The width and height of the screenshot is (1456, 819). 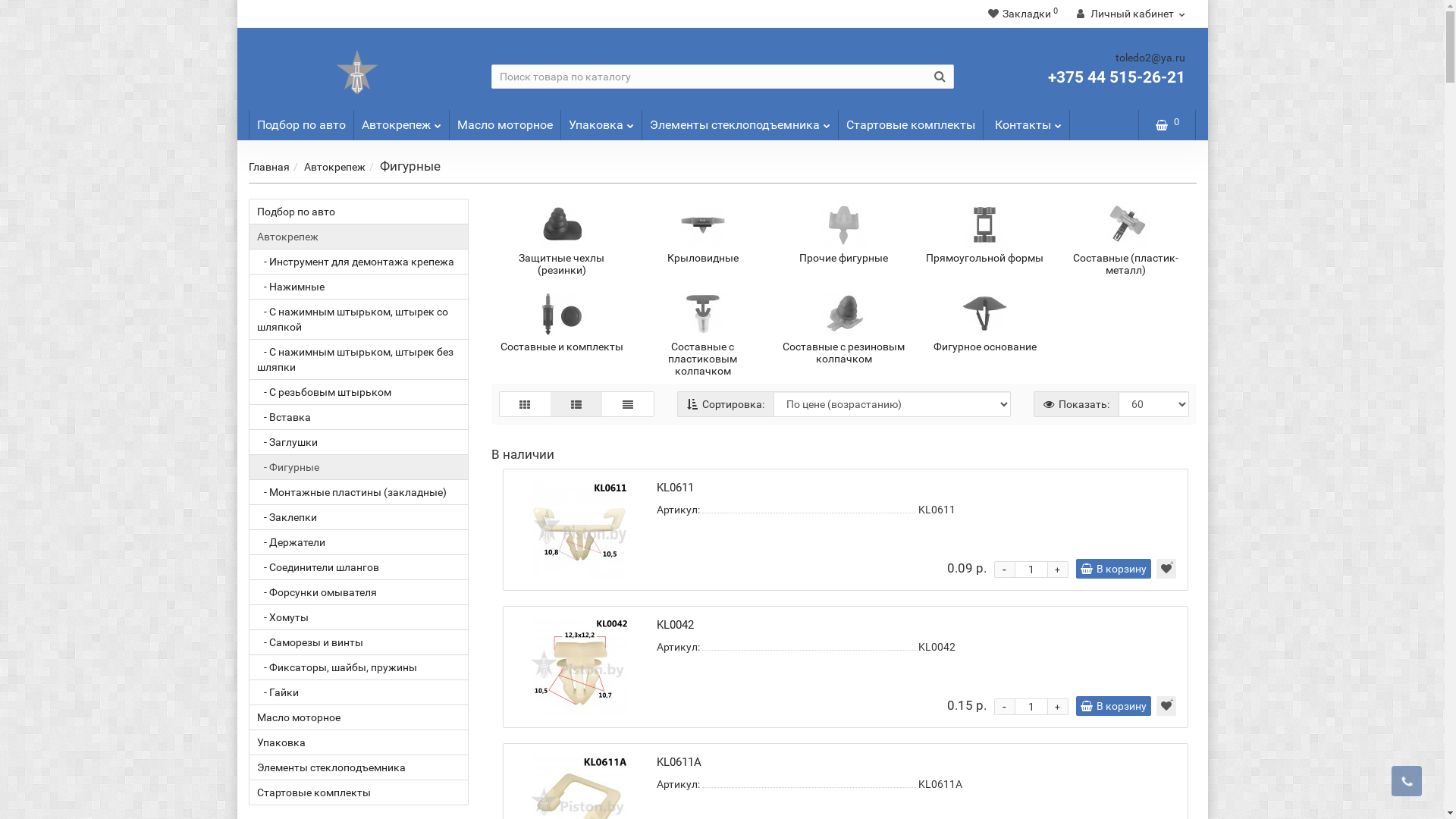 I want to click on '+', so click(x=1057, y=570).